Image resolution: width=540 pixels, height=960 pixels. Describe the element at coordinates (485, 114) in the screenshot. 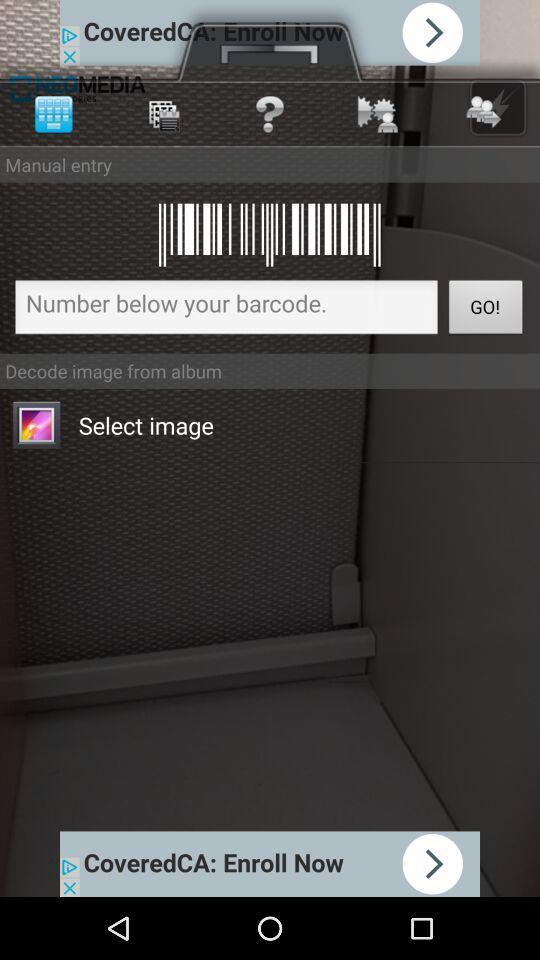

I see `the first button at top right corner of the page` at that location.